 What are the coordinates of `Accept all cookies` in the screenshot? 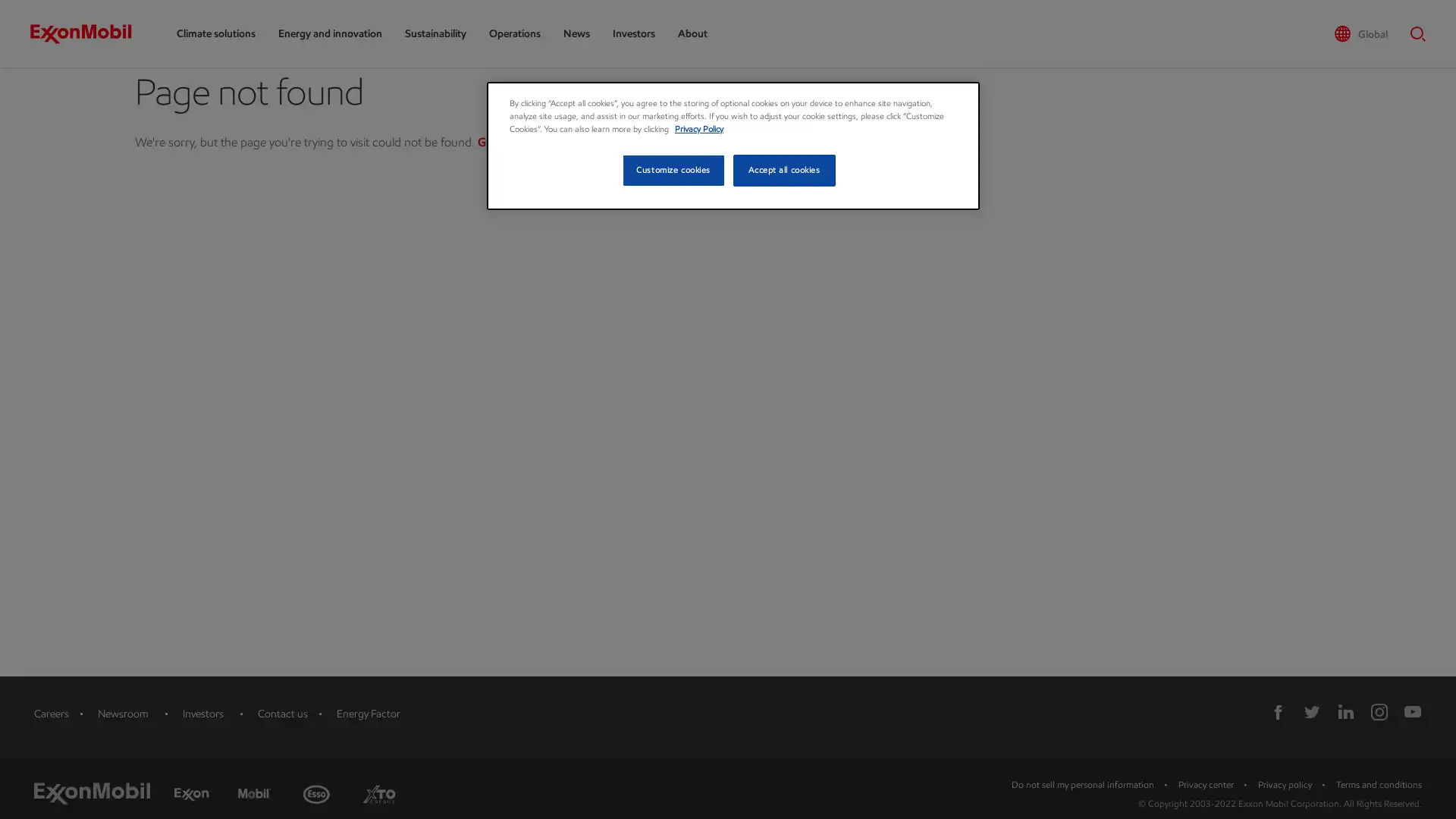 It's located at (784, 170).